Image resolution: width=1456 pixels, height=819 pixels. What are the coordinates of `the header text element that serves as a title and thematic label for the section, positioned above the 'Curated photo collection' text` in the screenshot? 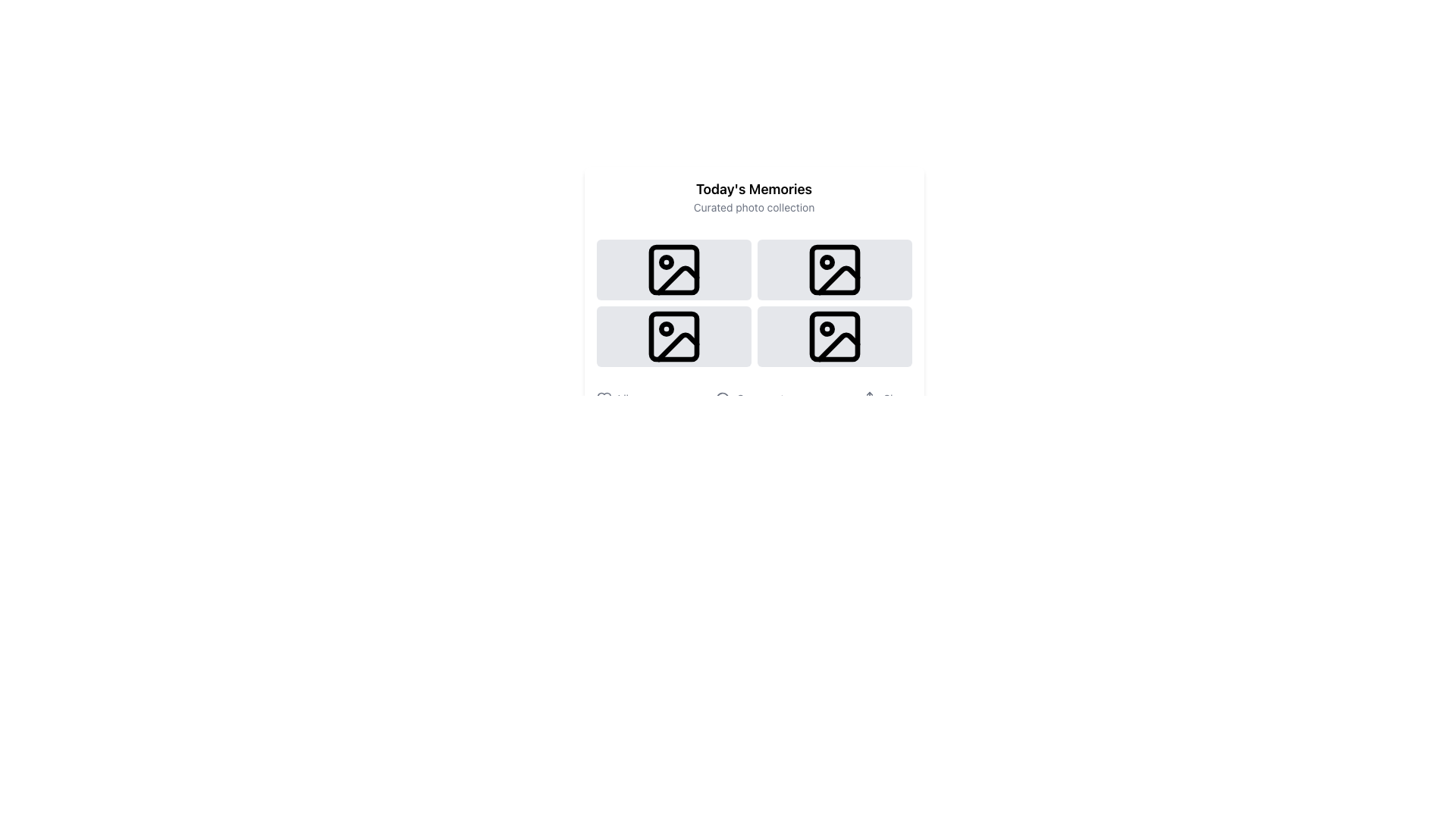 It's located at (754, 189).